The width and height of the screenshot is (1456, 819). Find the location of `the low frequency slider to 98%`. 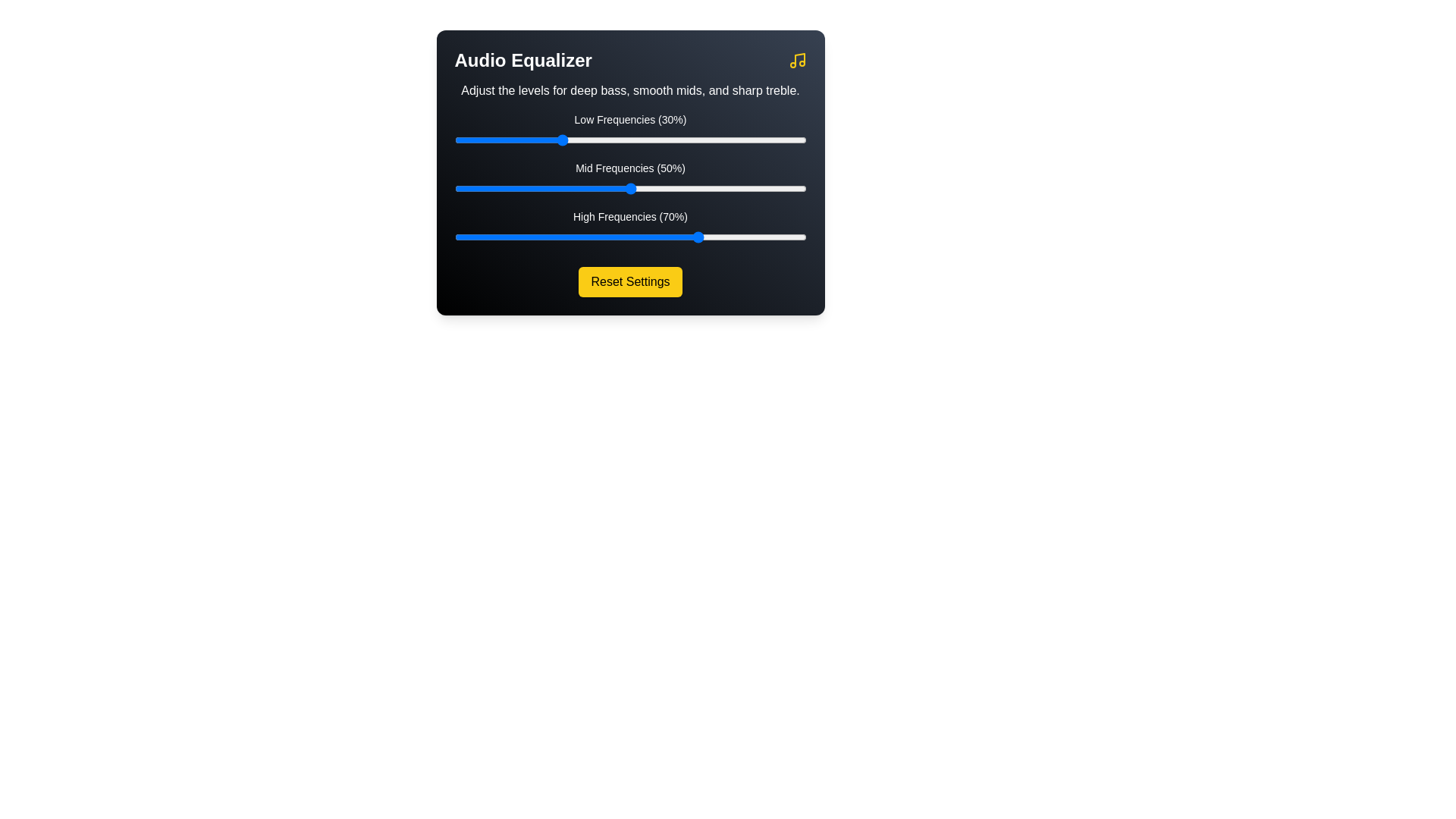

the low frequency slider to 98% is located at coordinates (799, 140).